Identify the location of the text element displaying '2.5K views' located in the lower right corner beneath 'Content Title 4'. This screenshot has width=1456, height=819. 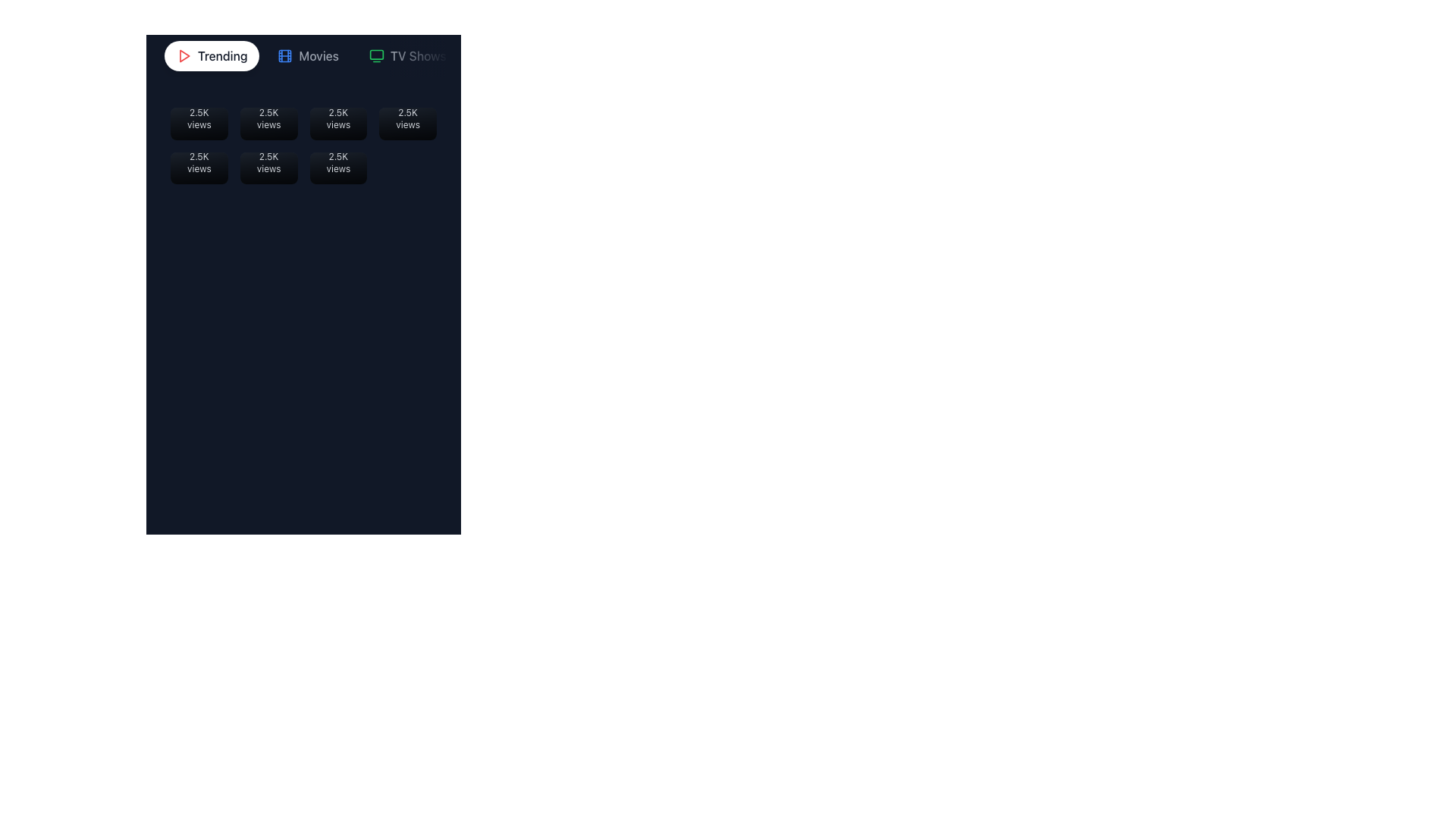
(408, 118).